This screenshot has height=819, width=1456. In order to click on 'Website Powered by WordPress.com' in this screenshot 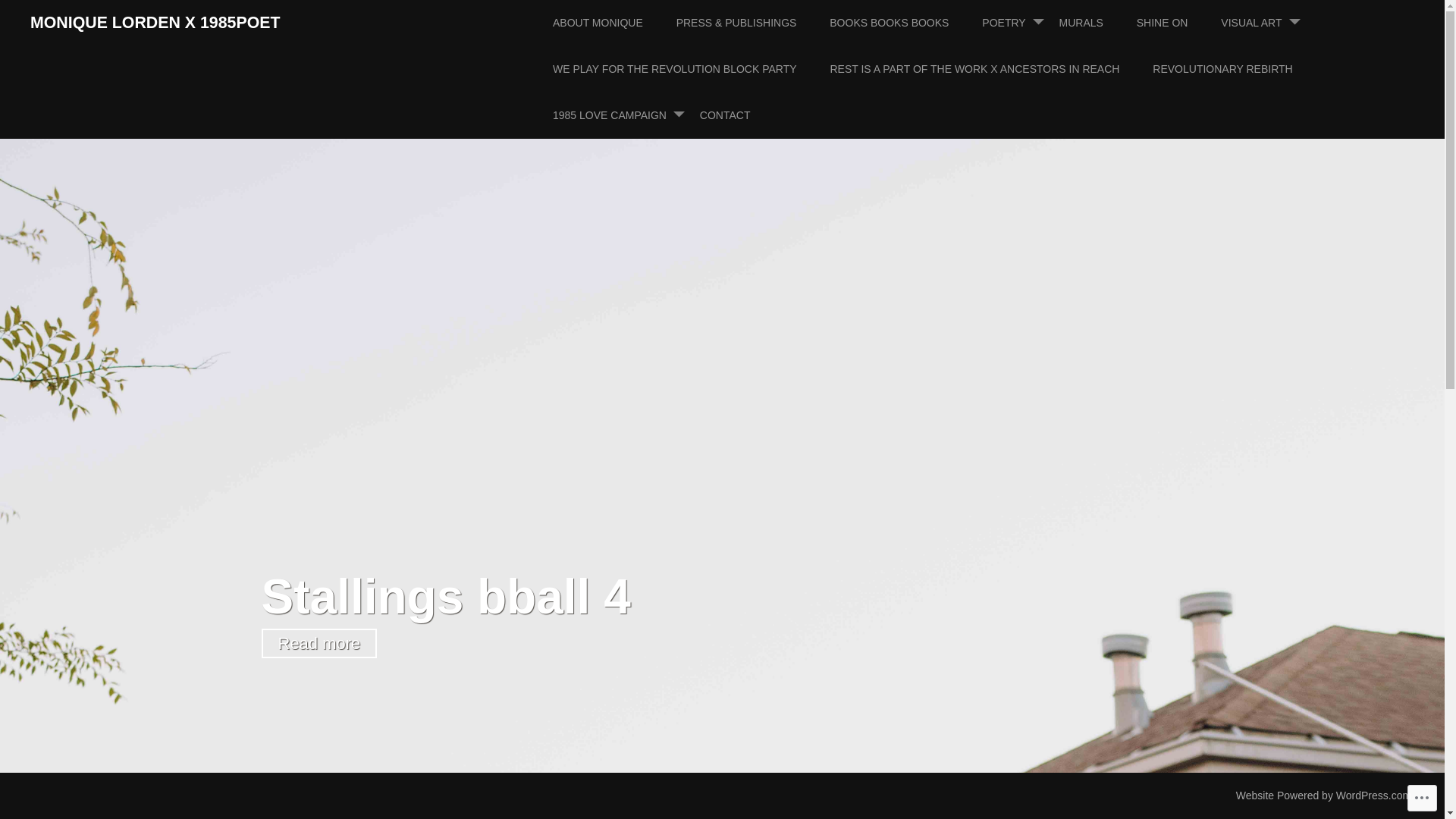, I will do `click(1323, 795)`.